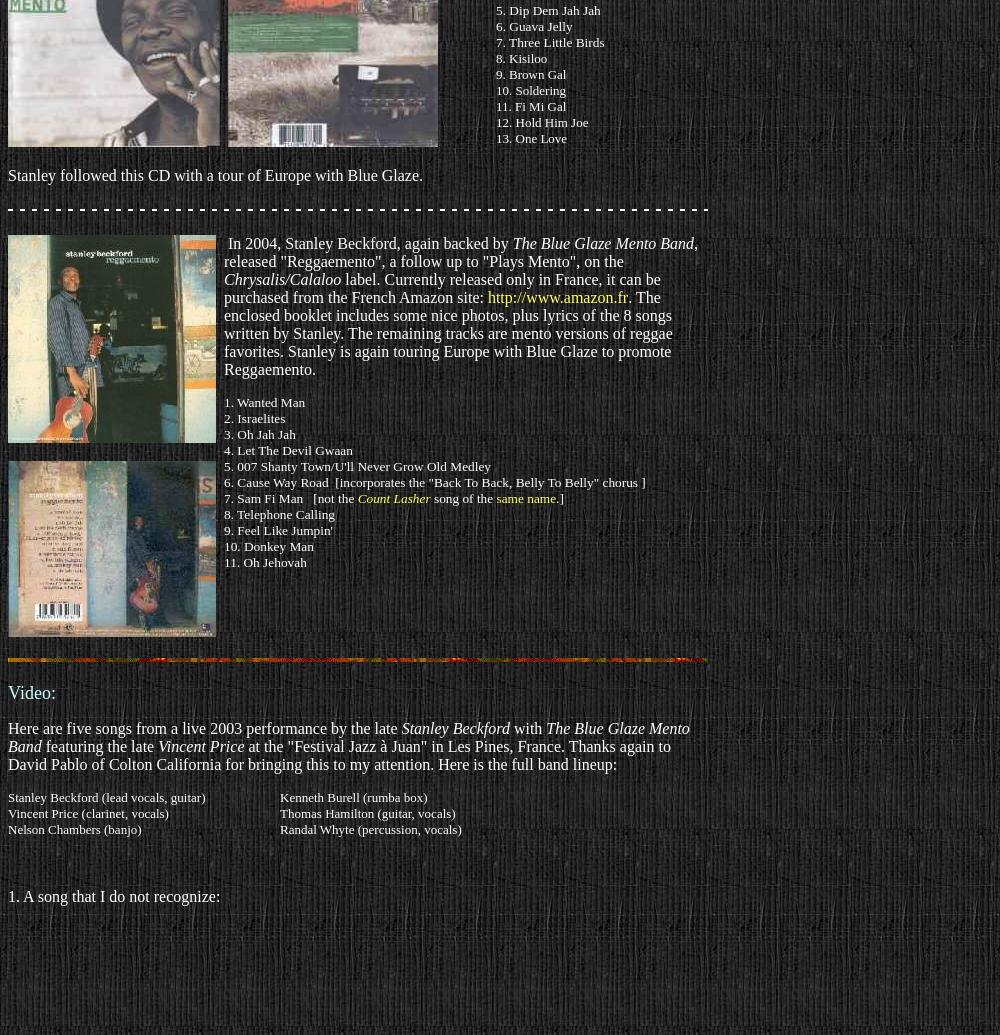 Image resolution: width=1000 pixels, height=1035 pixels. Describe the element at coordinates (8, 812) in the screenshot. I see `'Vincent Price (clarinet, vocals)'` at that location.